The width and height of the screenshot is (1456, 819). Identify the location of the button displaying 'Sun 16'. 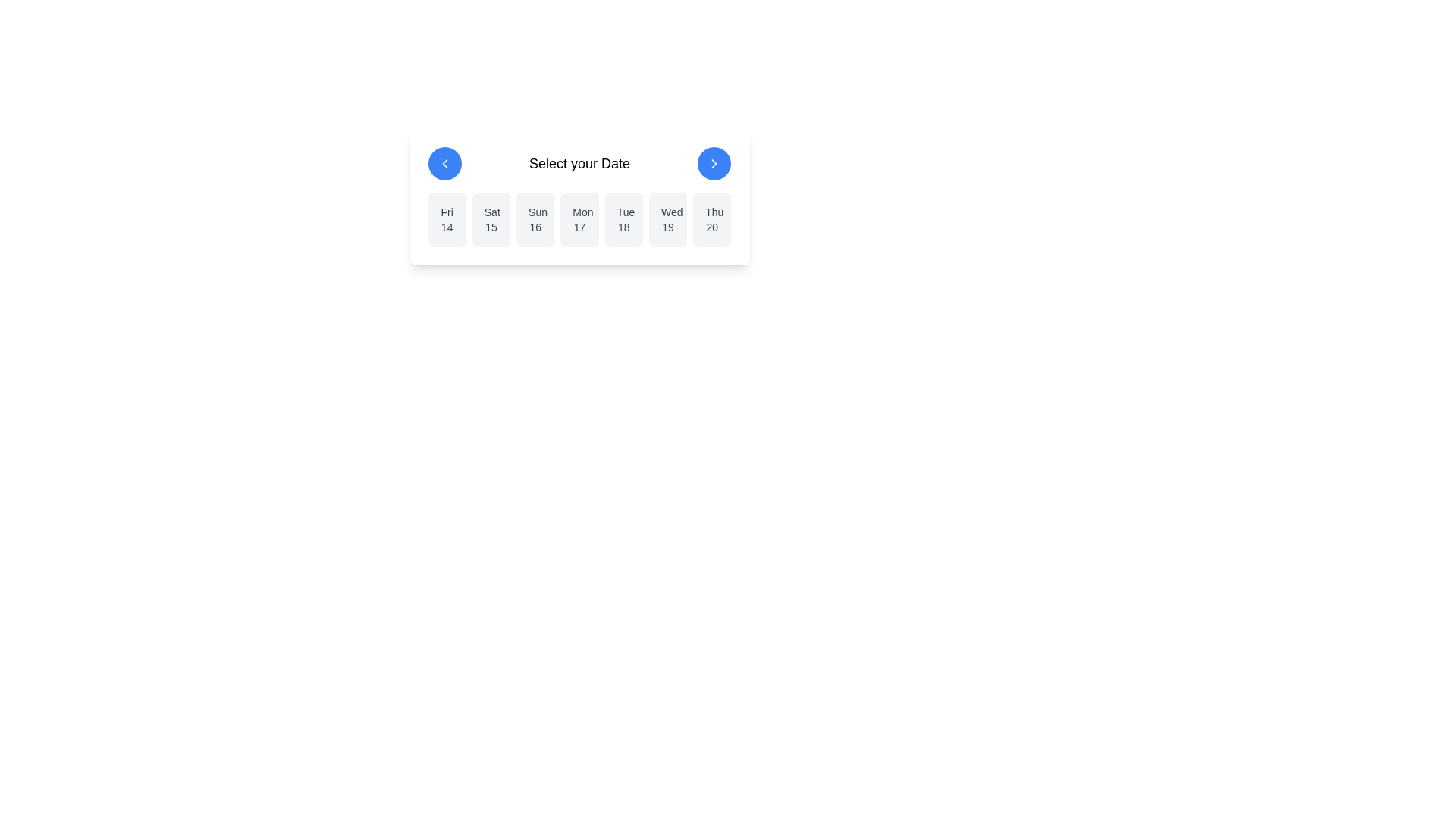
(535, 219).